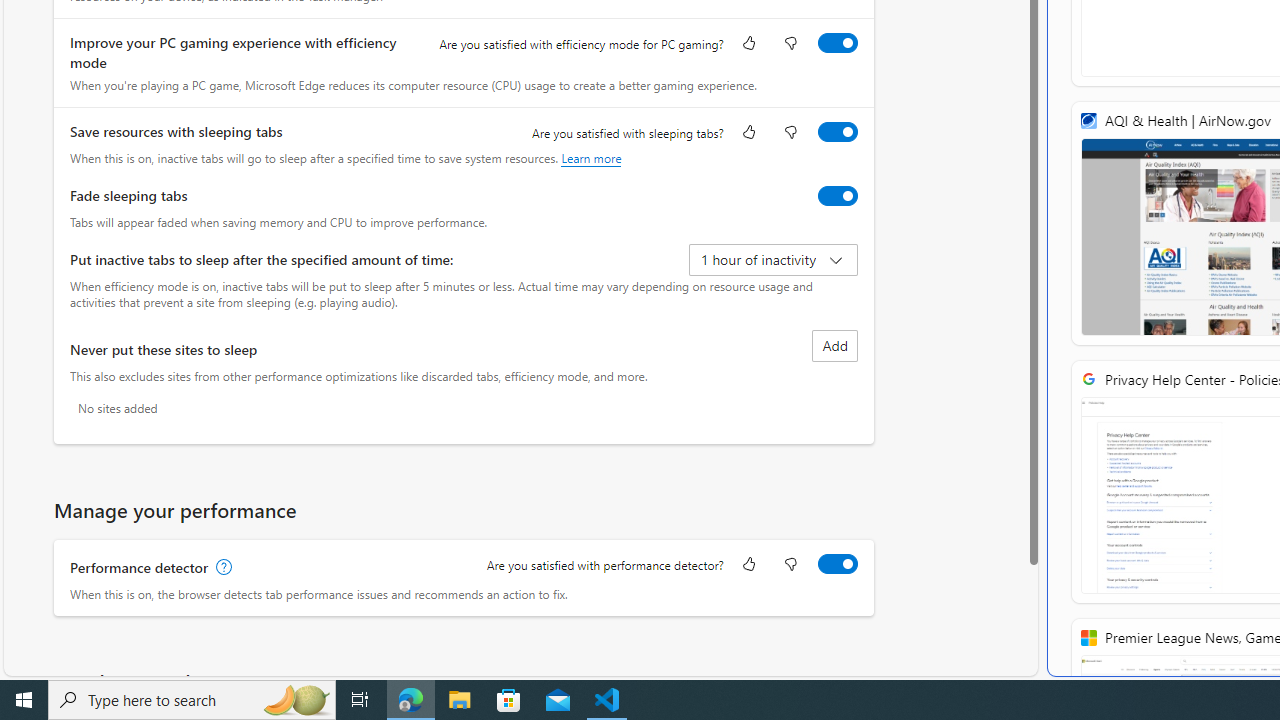 This screenshot has width=1280, height=720. Describe the element at coordinates (834, 344) in the screenshot. I see `'Add site to never put these sites to sleep list'` at that location.